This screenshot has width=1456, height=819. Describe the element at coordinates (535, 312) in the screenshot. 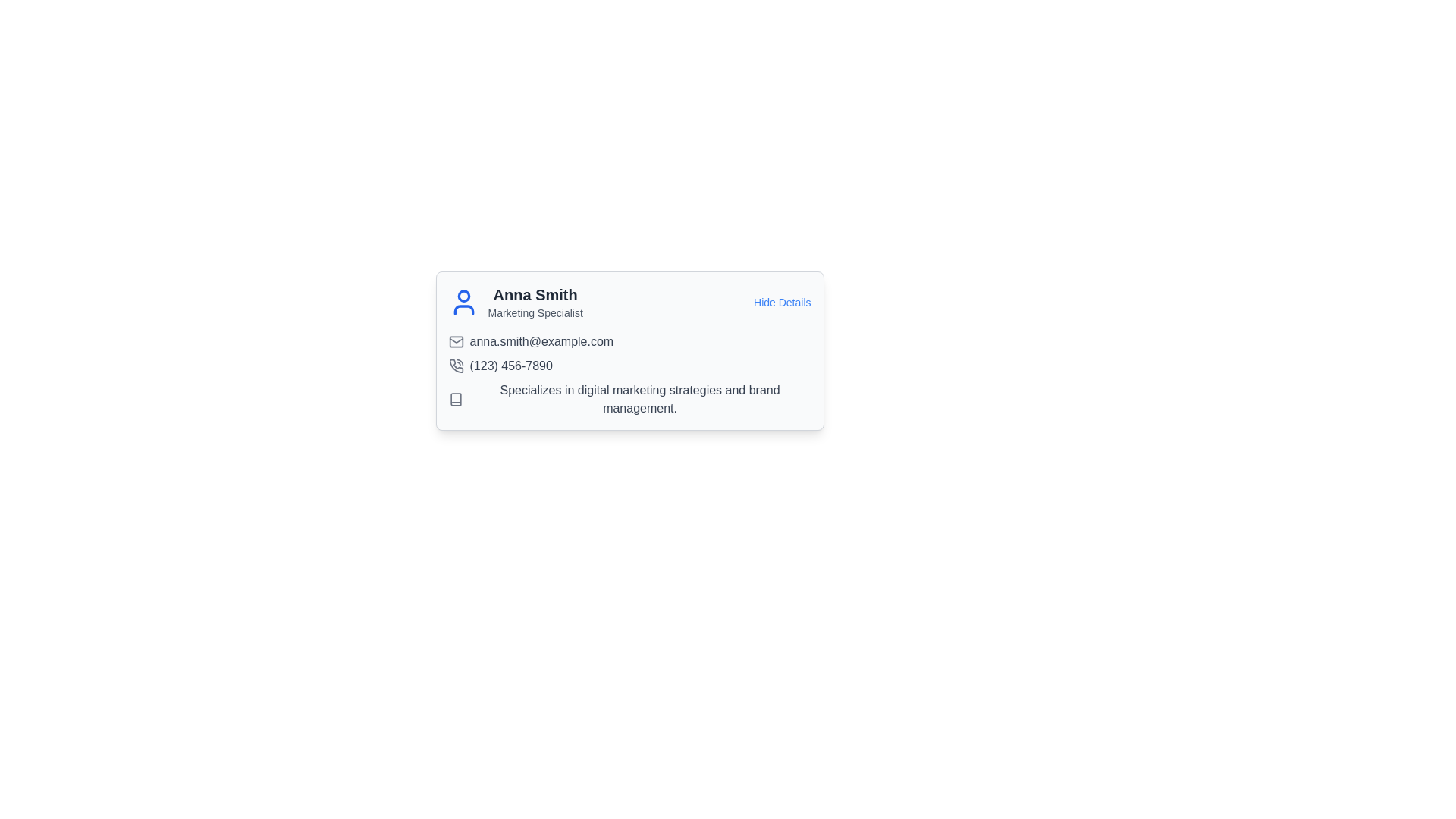

I see `text component labeled 'Marketing Specialist' which is styled in a smaller muted gray font and positioned directly below 'Anna Smith' in the profile card layout` at that location.